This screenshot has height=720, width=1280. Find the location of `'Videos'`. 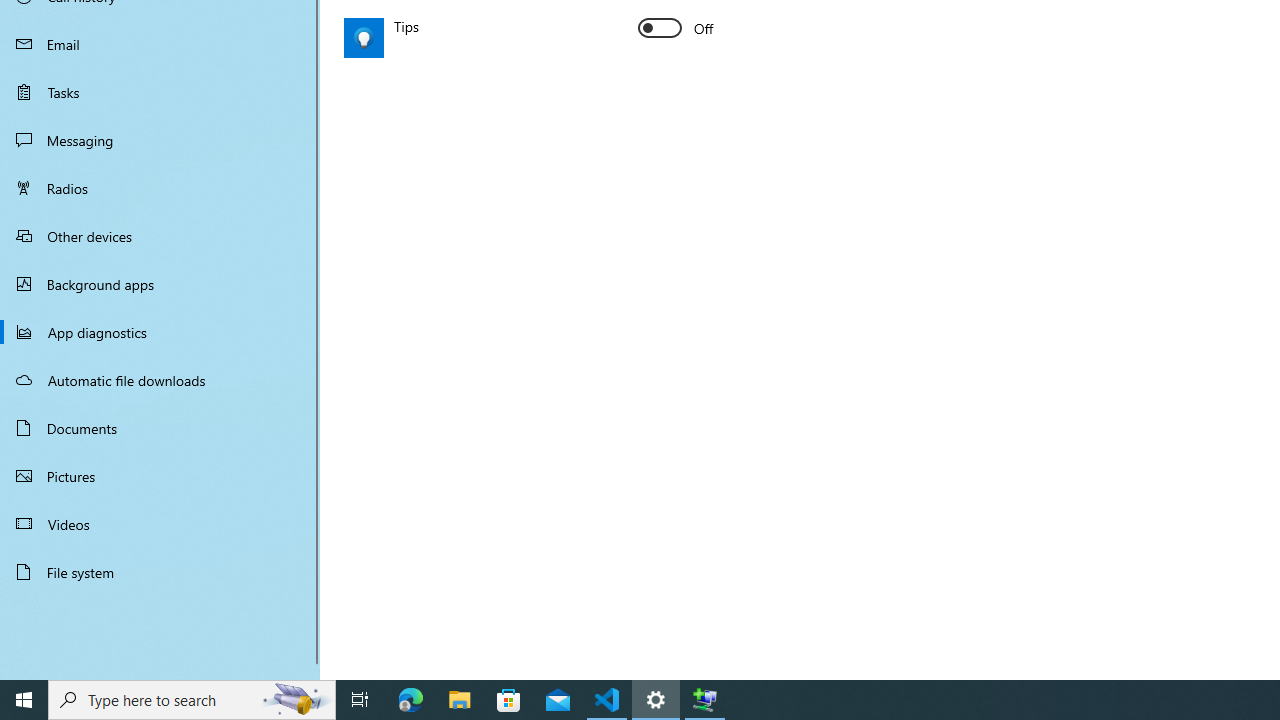

'Videos' is located at coordinates (160, 522).